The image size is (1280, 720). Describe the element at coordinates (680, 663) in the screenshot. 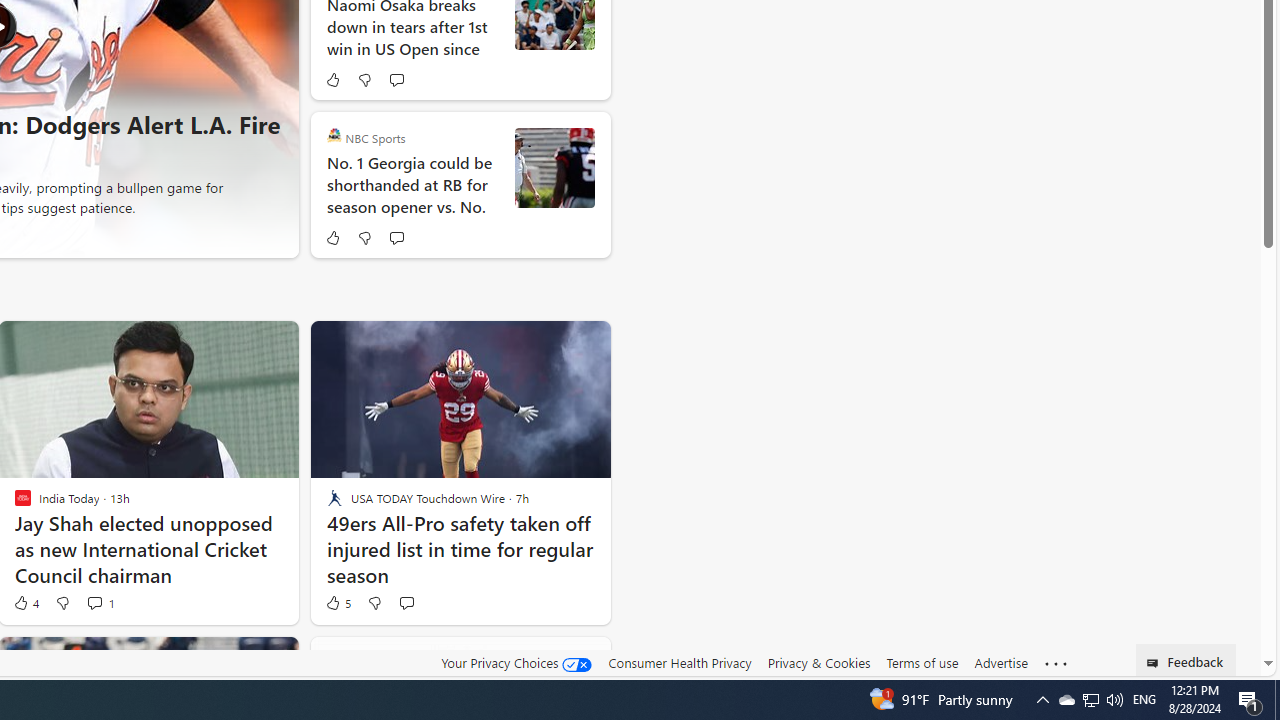

I see `'Consumer Health Privacy'` at that location.